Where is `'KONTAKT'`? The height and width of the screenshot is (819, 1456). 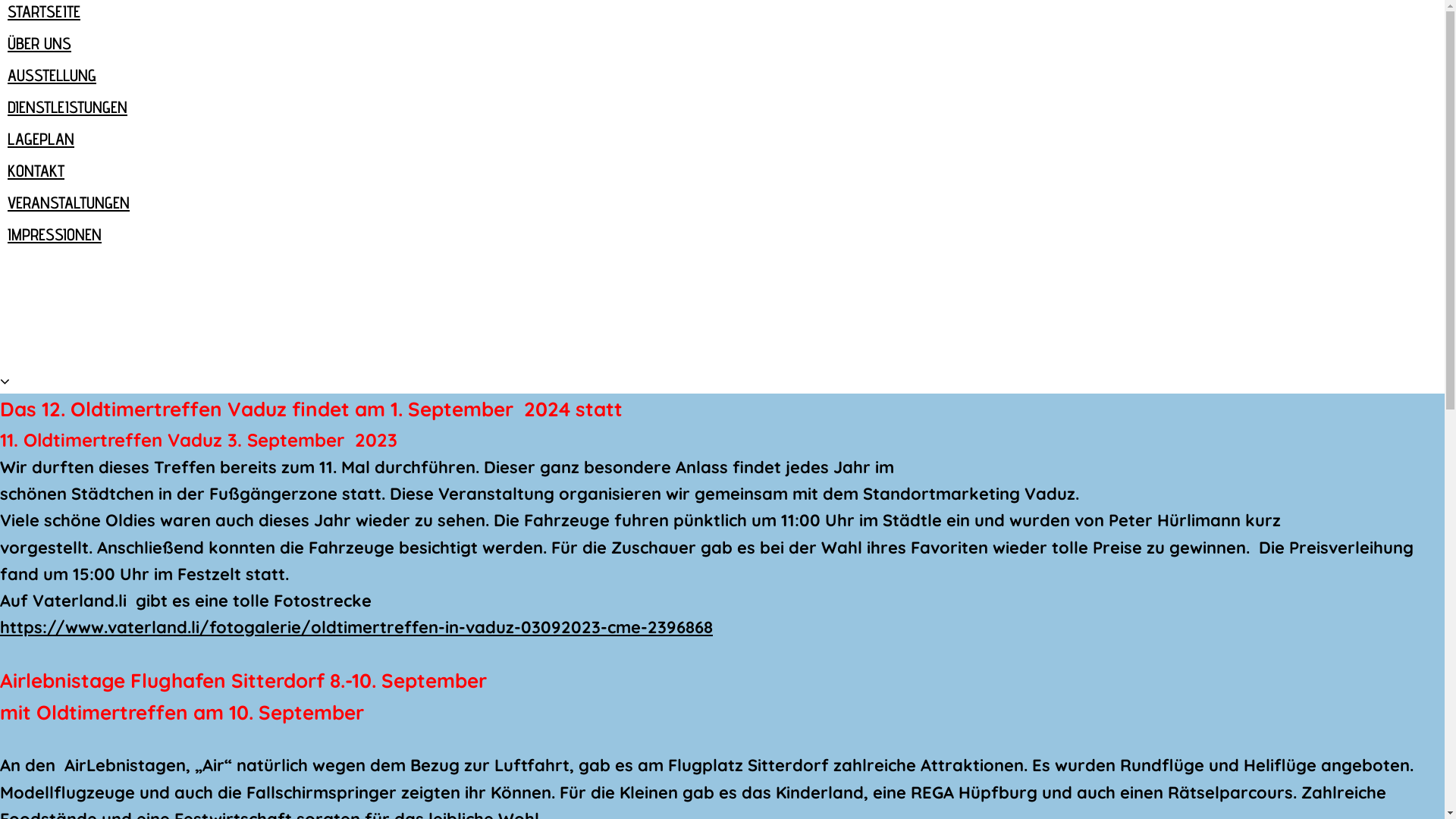
'KONTAKT' is located at coordinates (36, 170).